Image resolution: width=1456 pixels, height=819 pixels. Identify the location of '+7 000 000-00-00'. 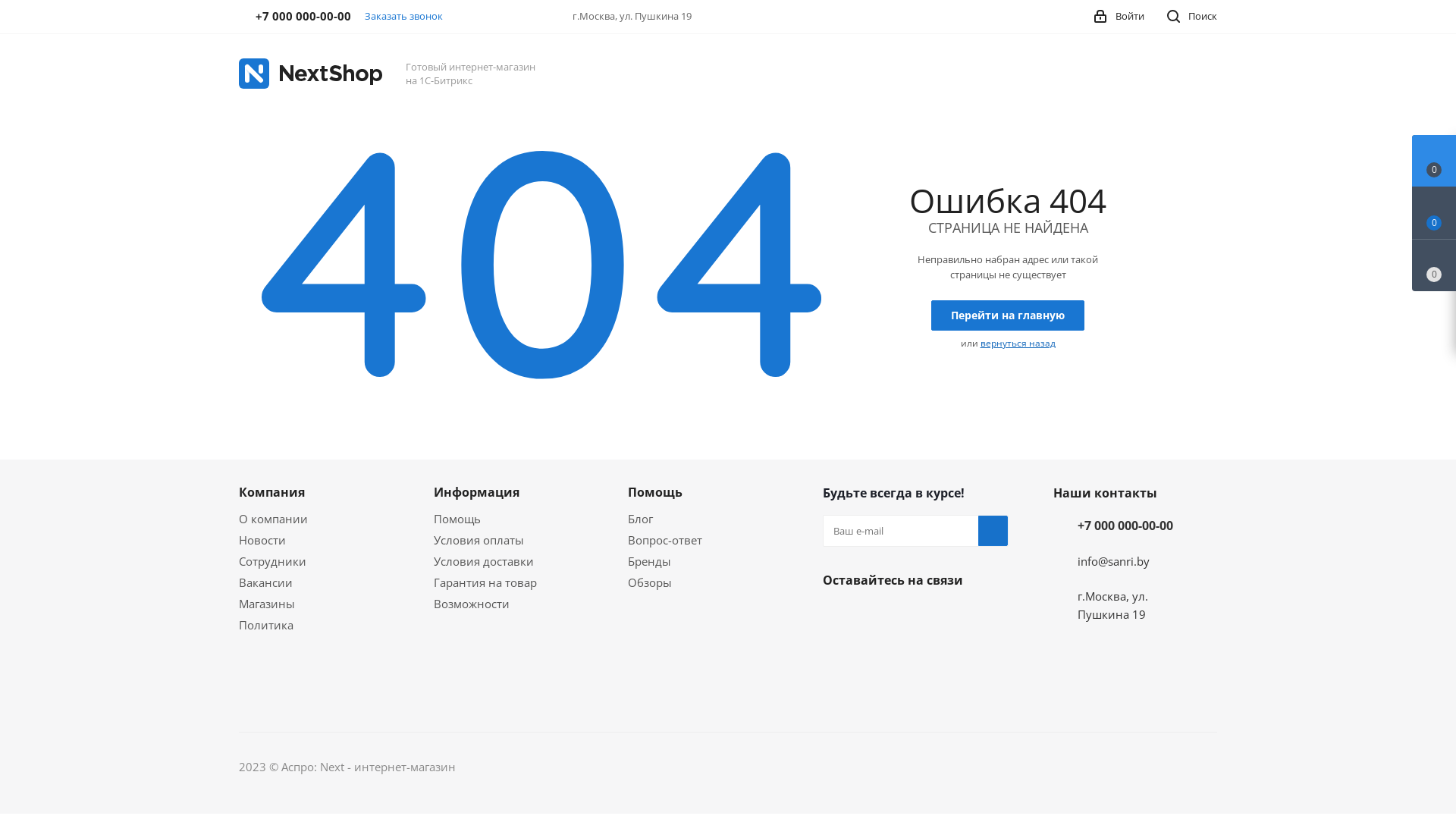
(1125, 526).